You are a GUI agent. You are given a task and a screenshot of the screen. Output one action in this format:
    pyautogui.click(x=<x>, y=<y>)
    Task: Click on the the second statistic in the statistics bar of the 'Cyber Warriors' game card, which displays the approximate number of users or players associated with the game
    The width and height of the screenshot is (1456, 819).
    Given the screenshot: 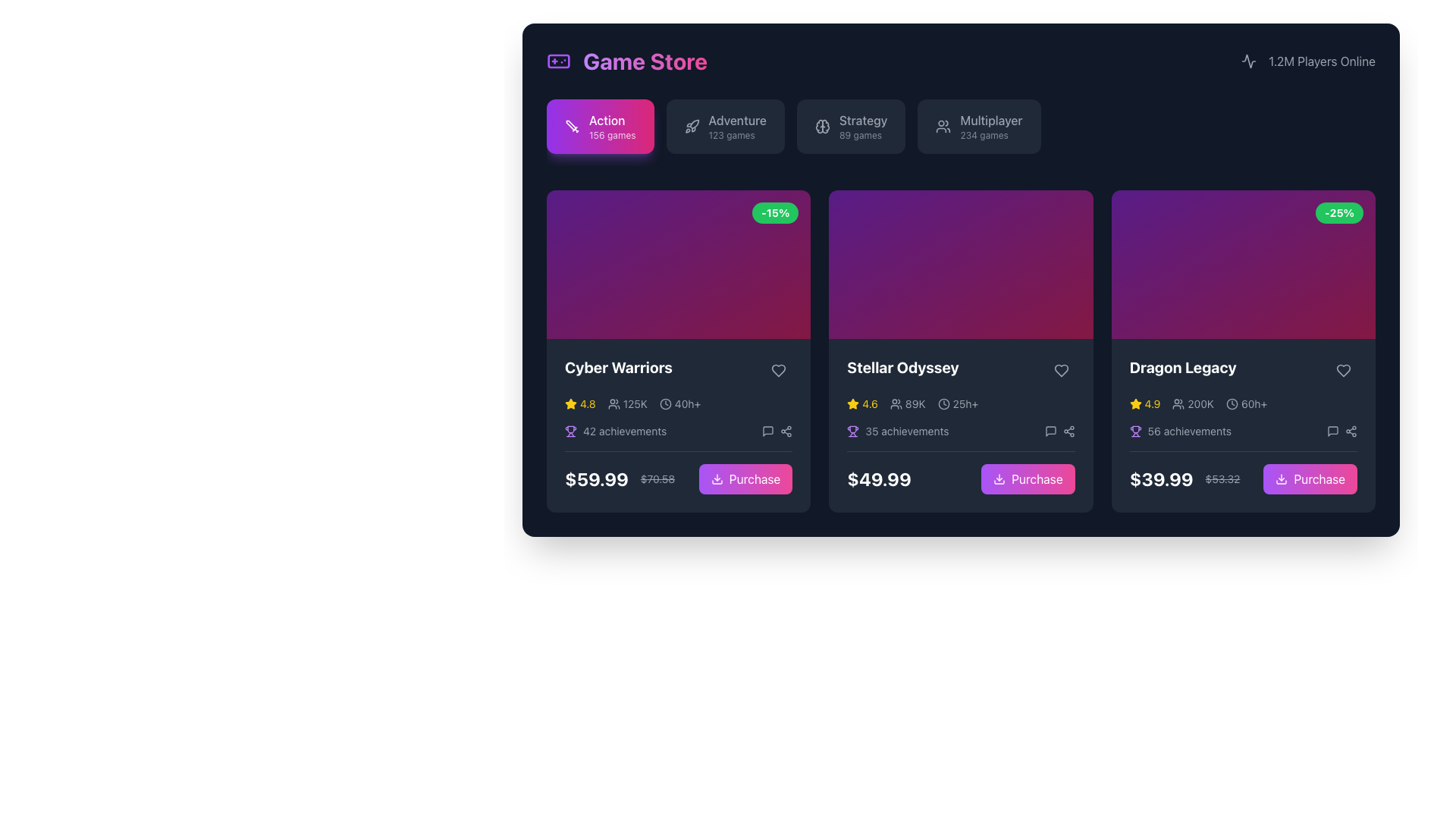 What is the action you would take?
    pyautogui.click(x=627, y=403)
    